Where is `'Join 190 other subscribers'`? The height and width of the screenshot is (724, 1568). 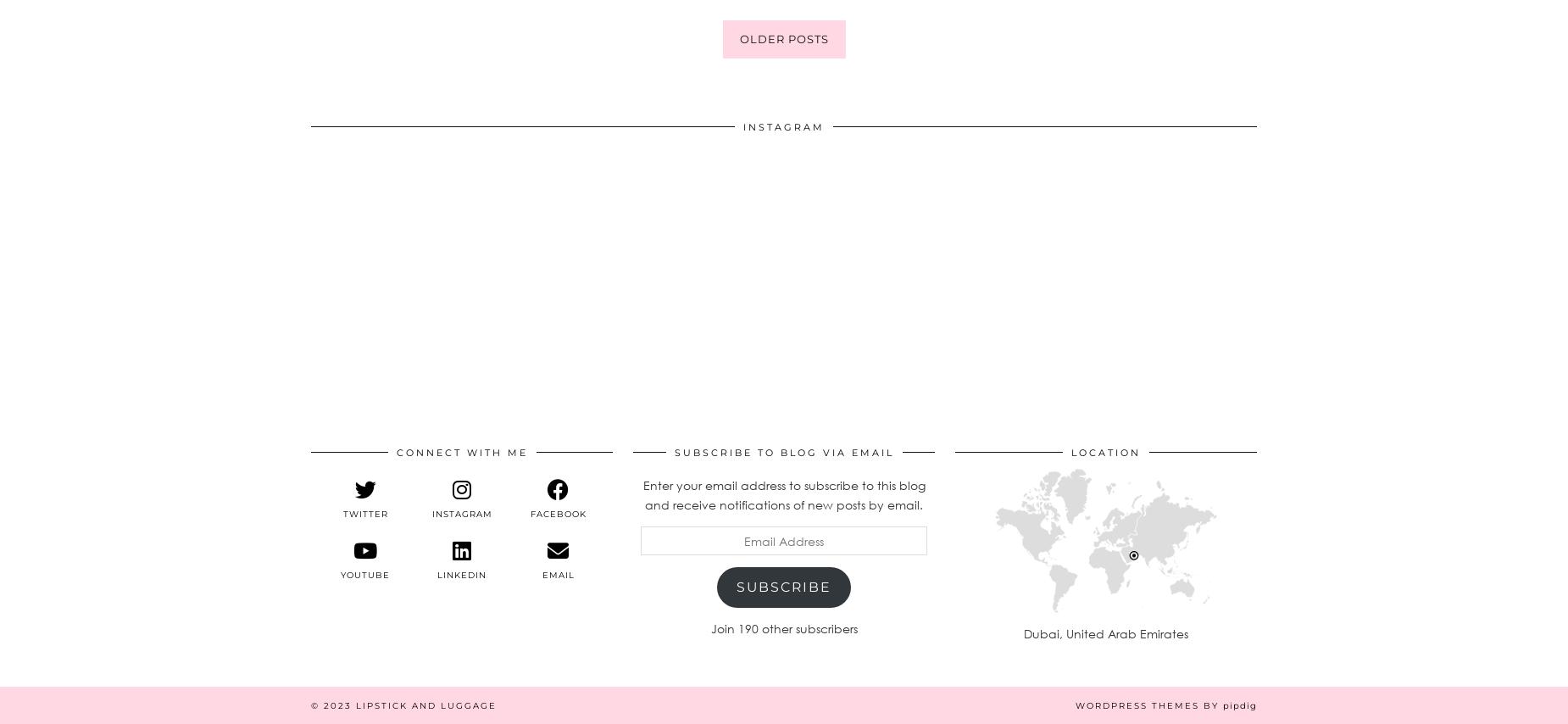
'Join 190 other subscribers' is located at coordinates (783, 626).